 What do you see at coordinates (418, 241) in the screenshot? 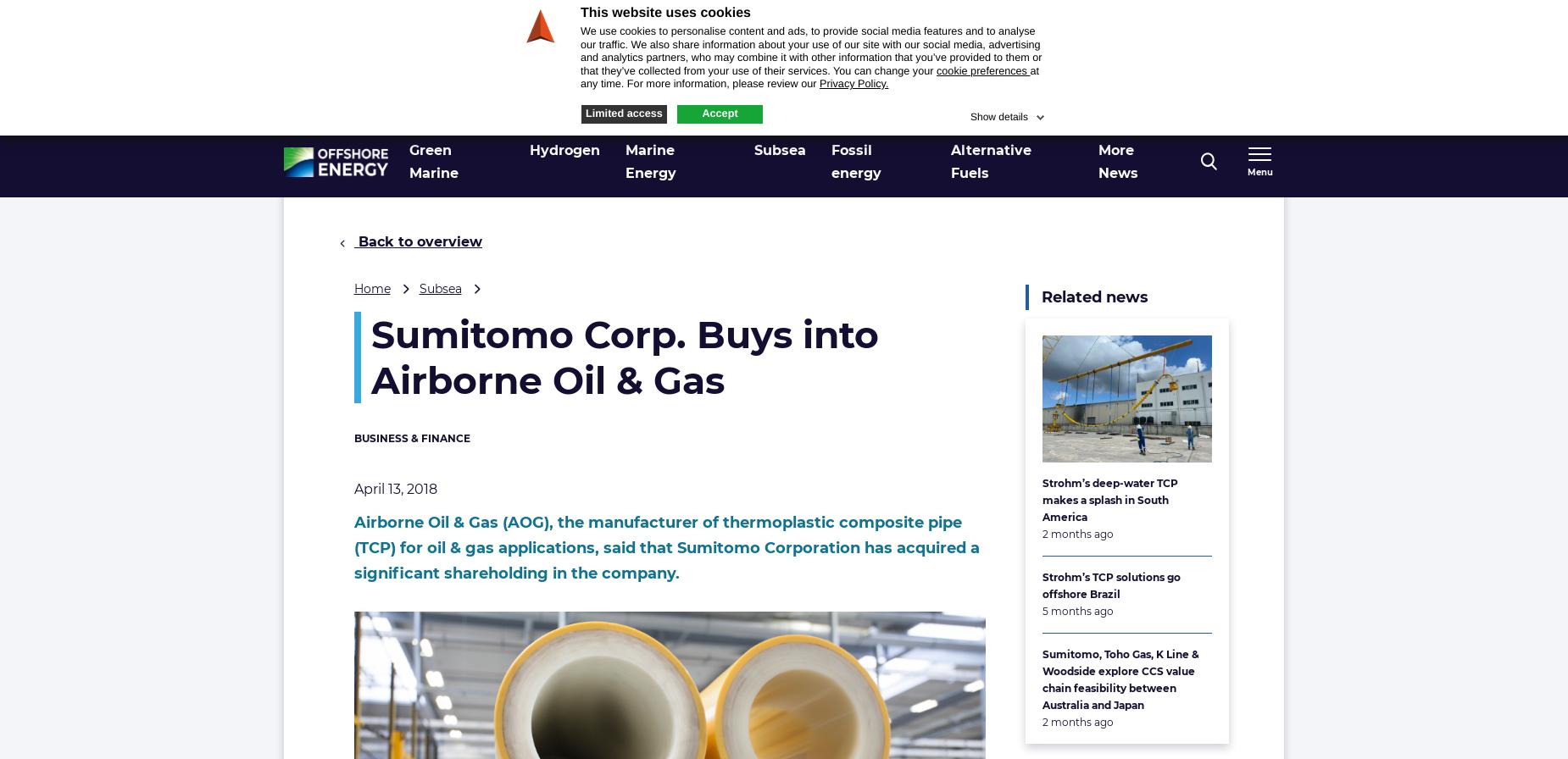
I see `'Back to overview'` at bounding box center [418, 241].